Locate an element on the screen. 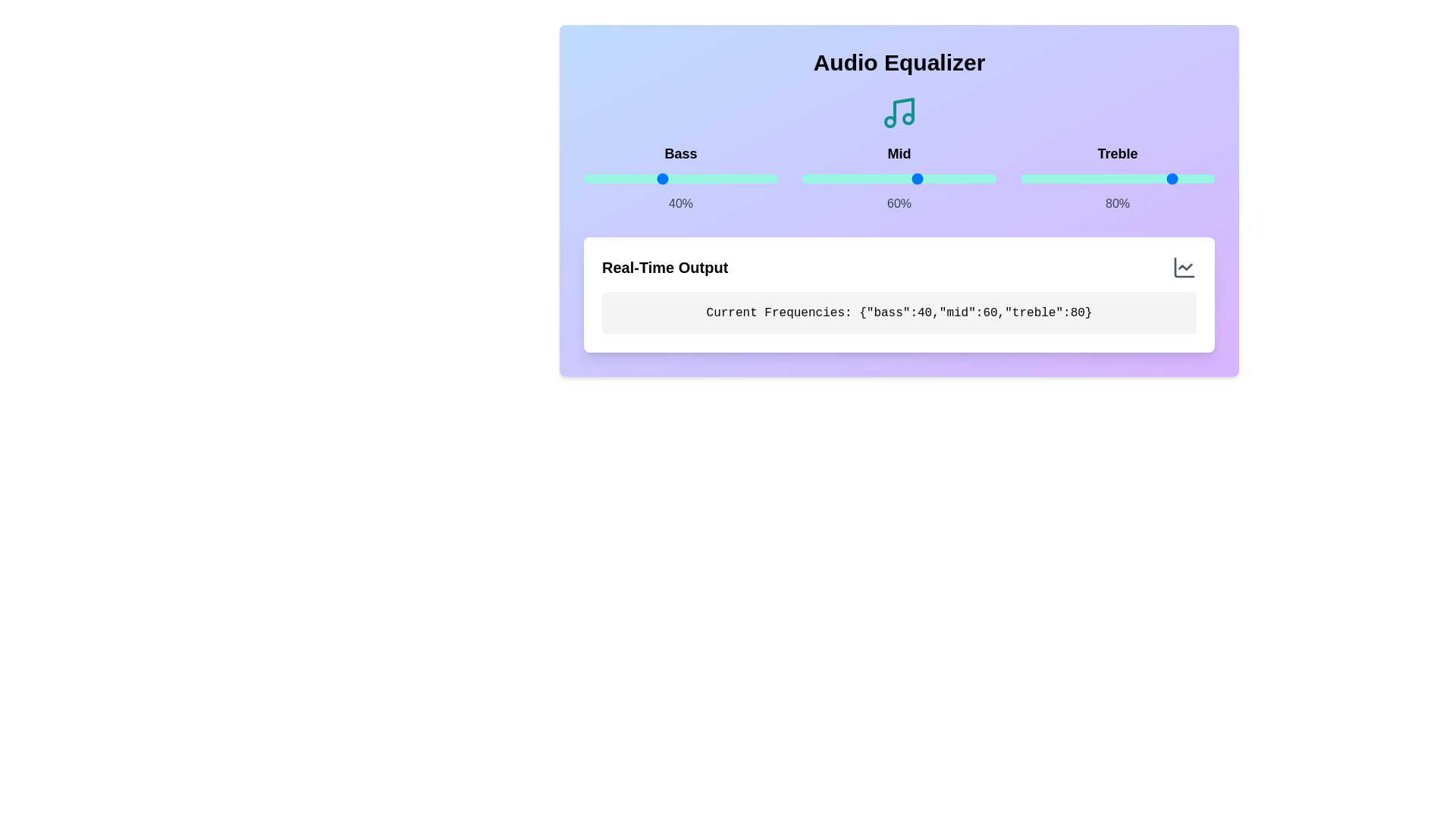 Image resolution: width=1456 pixels, height=819 pixels. the 'Mid' frequency level is located at coordinates (877, 177).